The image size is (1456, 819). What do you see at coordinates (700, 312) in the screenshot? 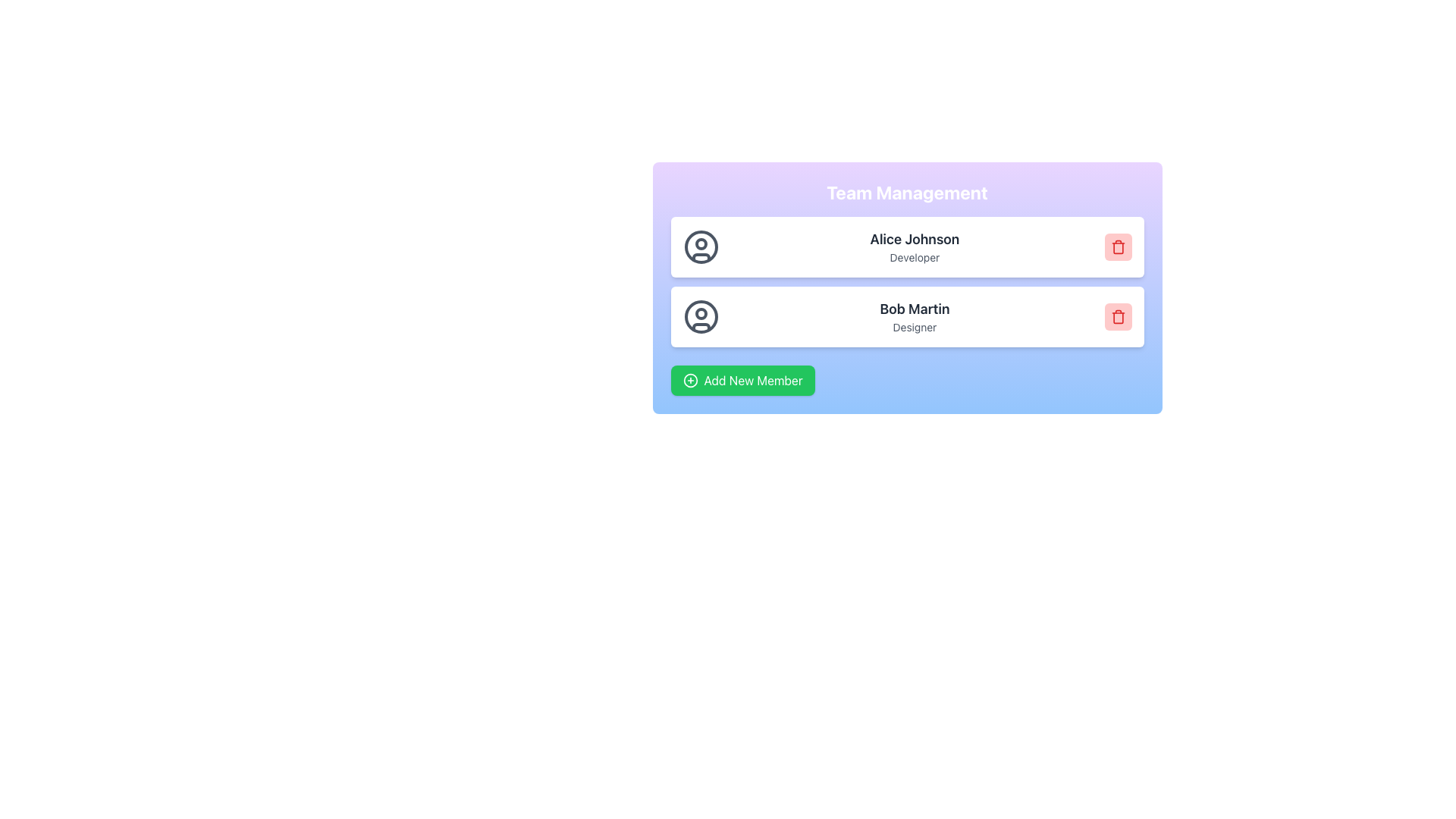
I see `the Circle SVG graphic element located at the top center of the user profile icon` at bounding box center [700, 312].